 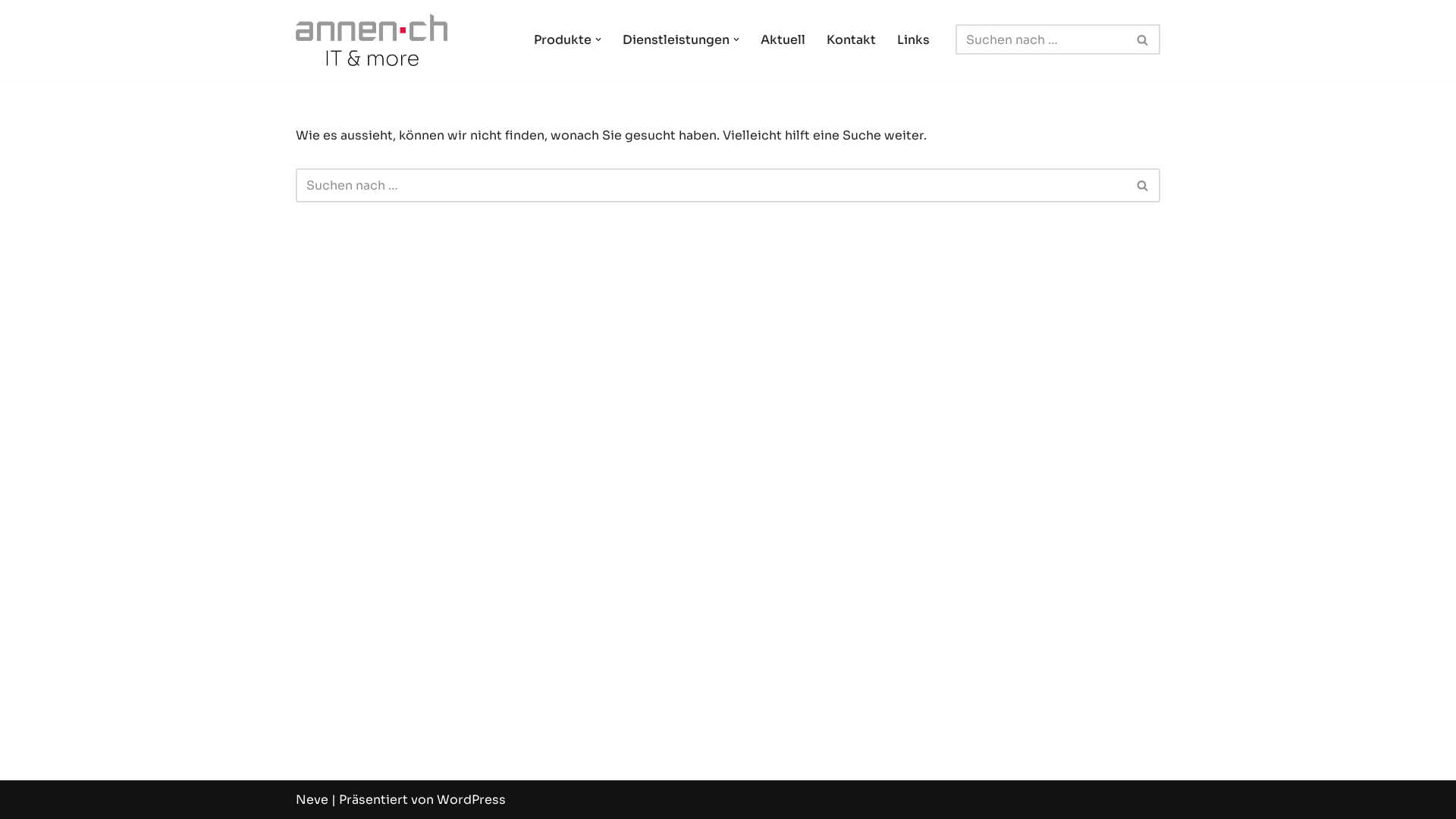 What do you see at coordinates (896, 39) in the screenshot?
I see `'Links'` at bounding box center [896, 39].